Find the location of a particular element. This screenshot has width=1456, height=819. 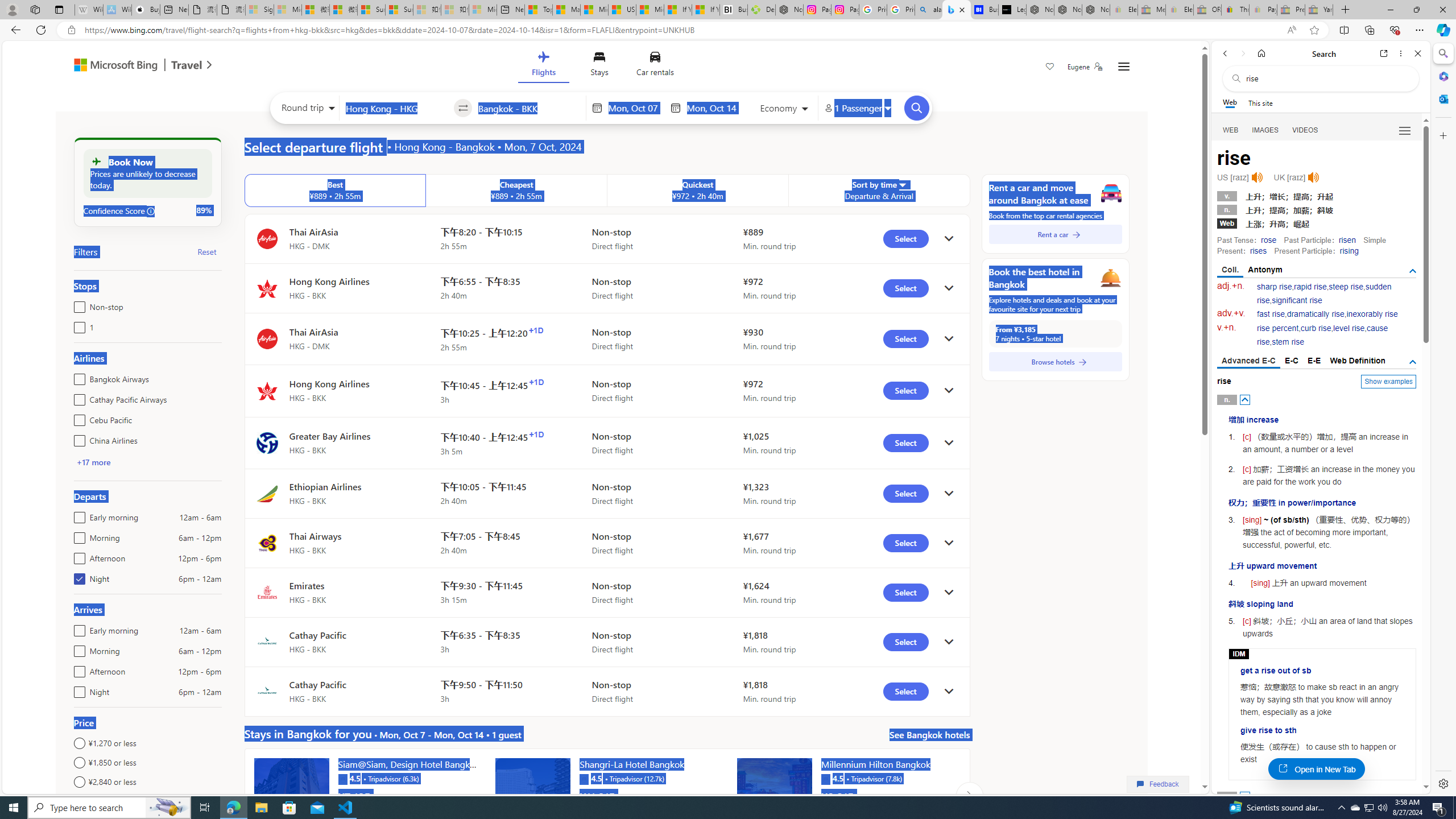

'stem rise' is located at coordinates (1287, 342).